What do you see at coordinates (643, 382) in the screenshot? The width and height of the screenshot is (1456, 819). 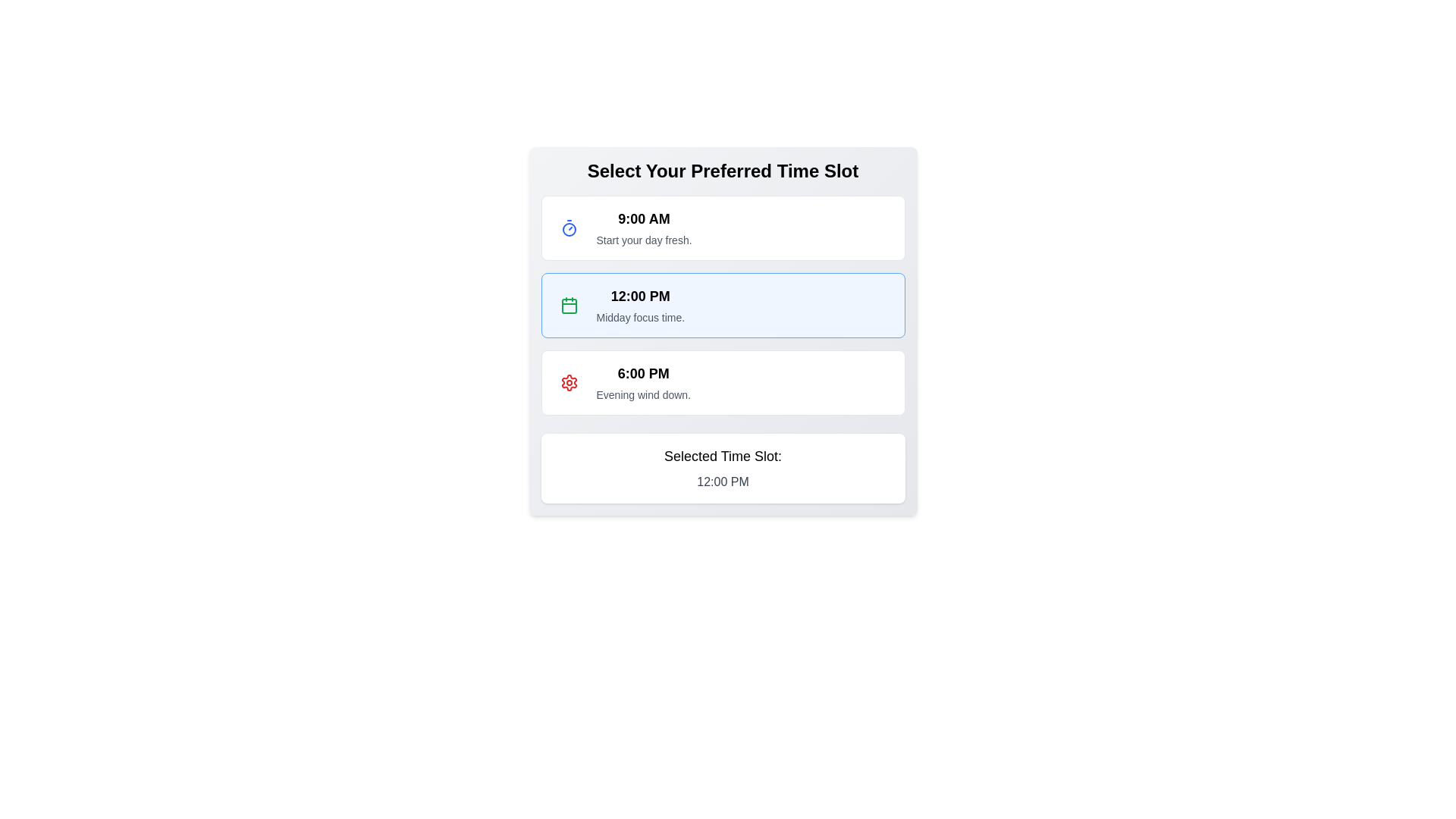 I see `time slot information for '6:00 PM' with the description 'Evening wind down' from the last slot in the list under 'Select Your Preferred Time Slot.'` at bounding box center [643, 382].